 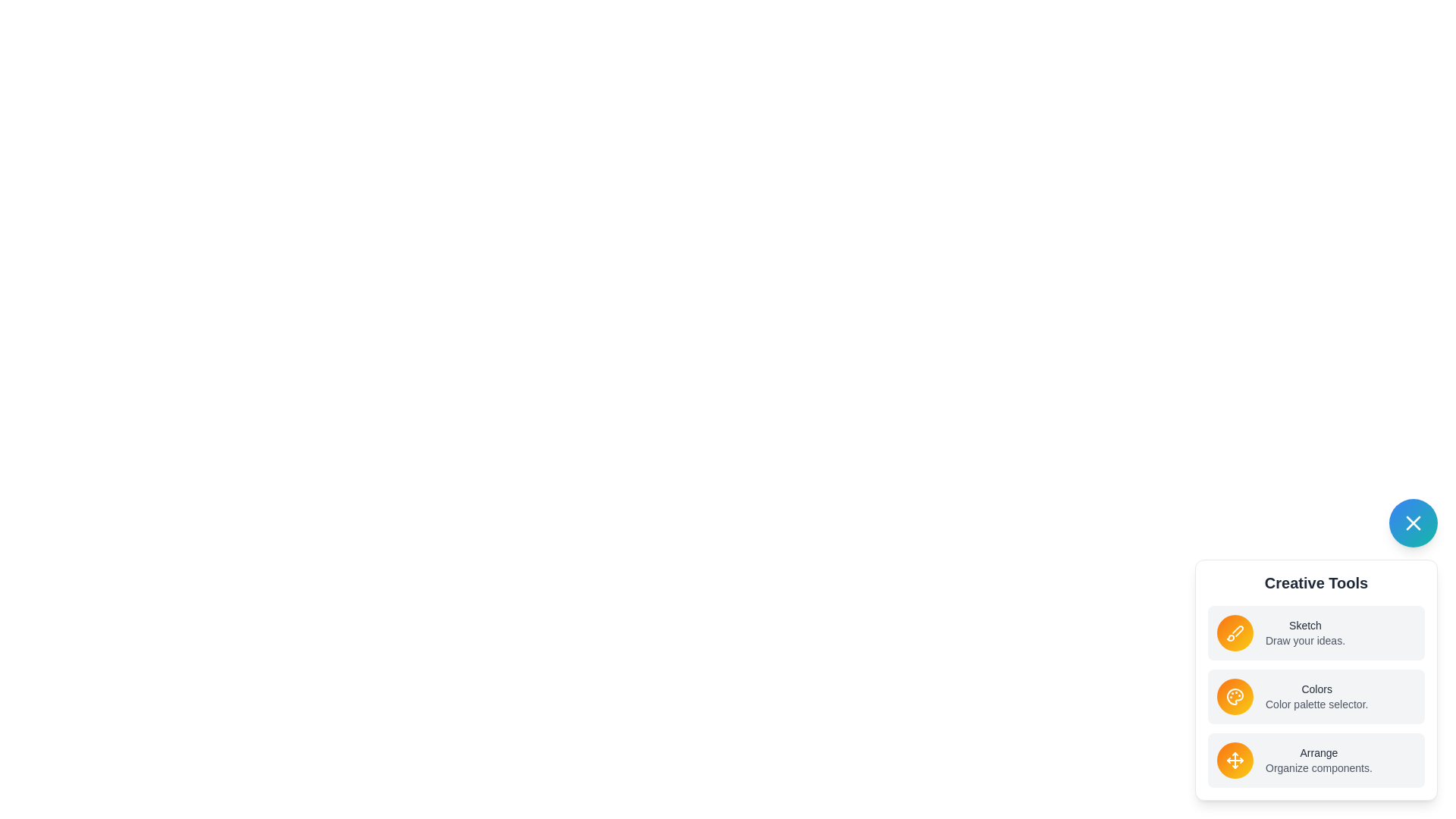 I want to click on the tool labeled Arrange in the list, so click(x=1316, y=760).